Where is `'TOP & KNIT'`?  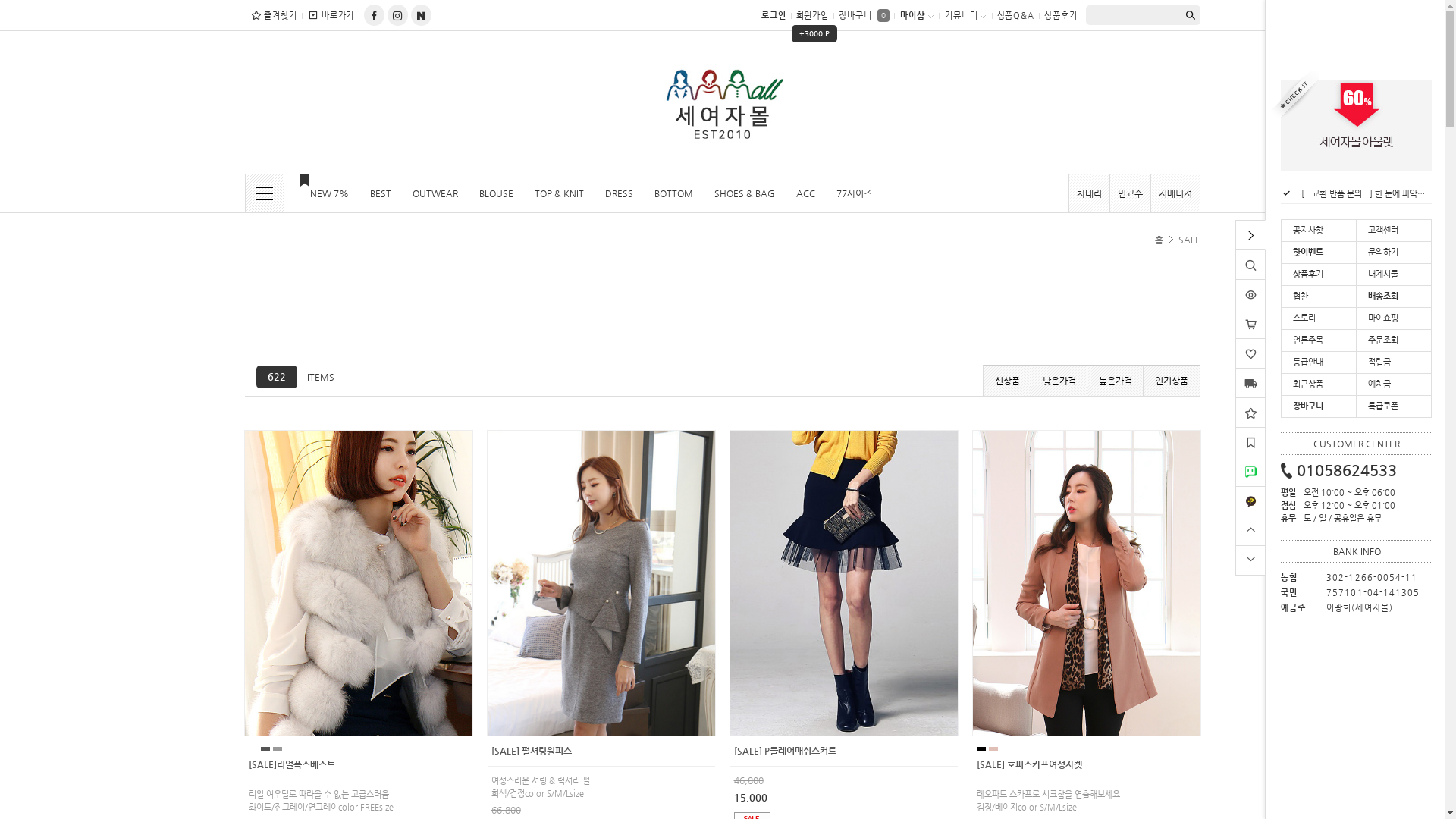 'TOP & KNIT' is located at coordinates (557, 192).